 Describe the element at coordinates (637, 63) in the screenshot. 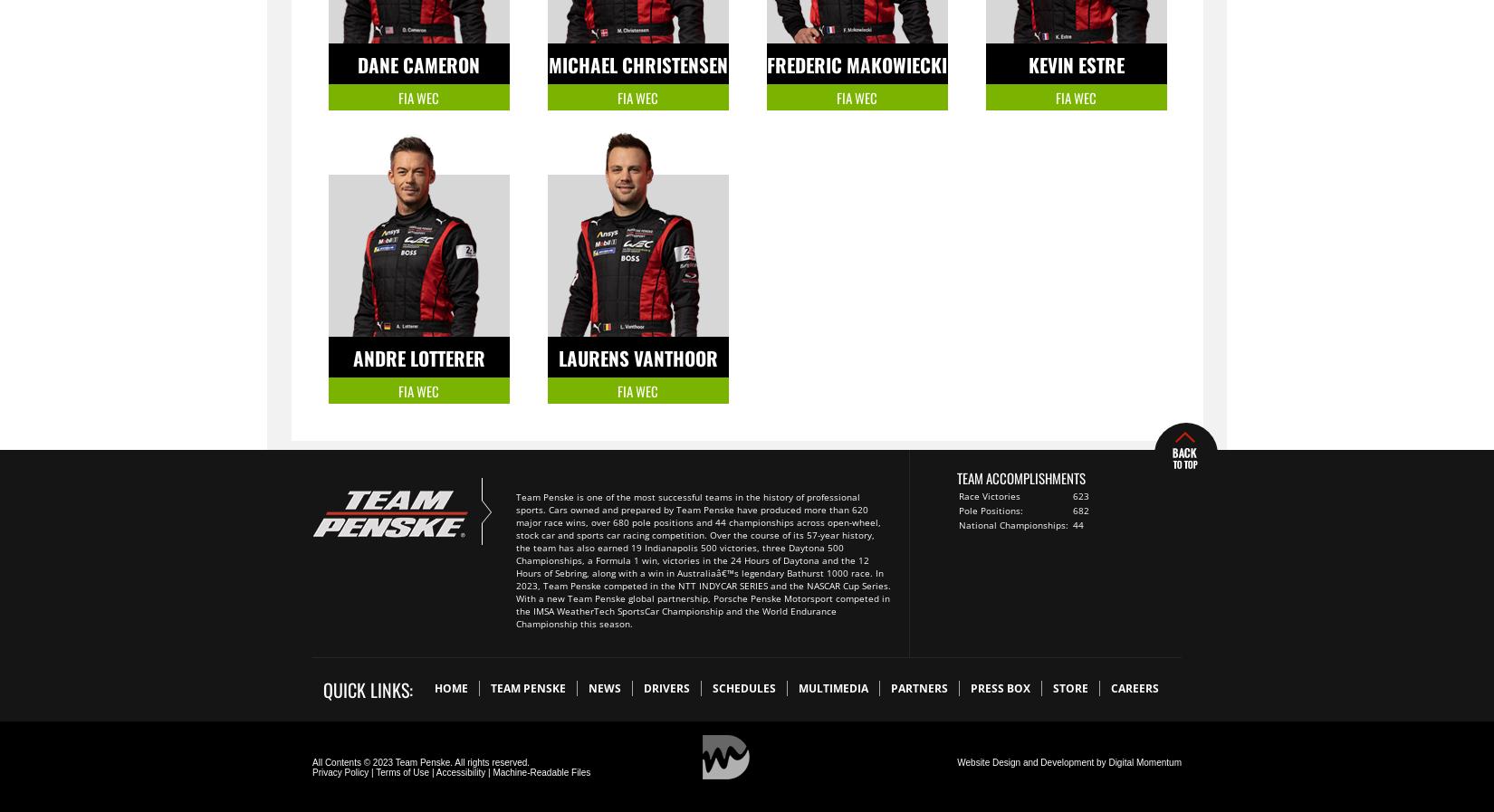

I see `'Michael Christensen'` at that location.